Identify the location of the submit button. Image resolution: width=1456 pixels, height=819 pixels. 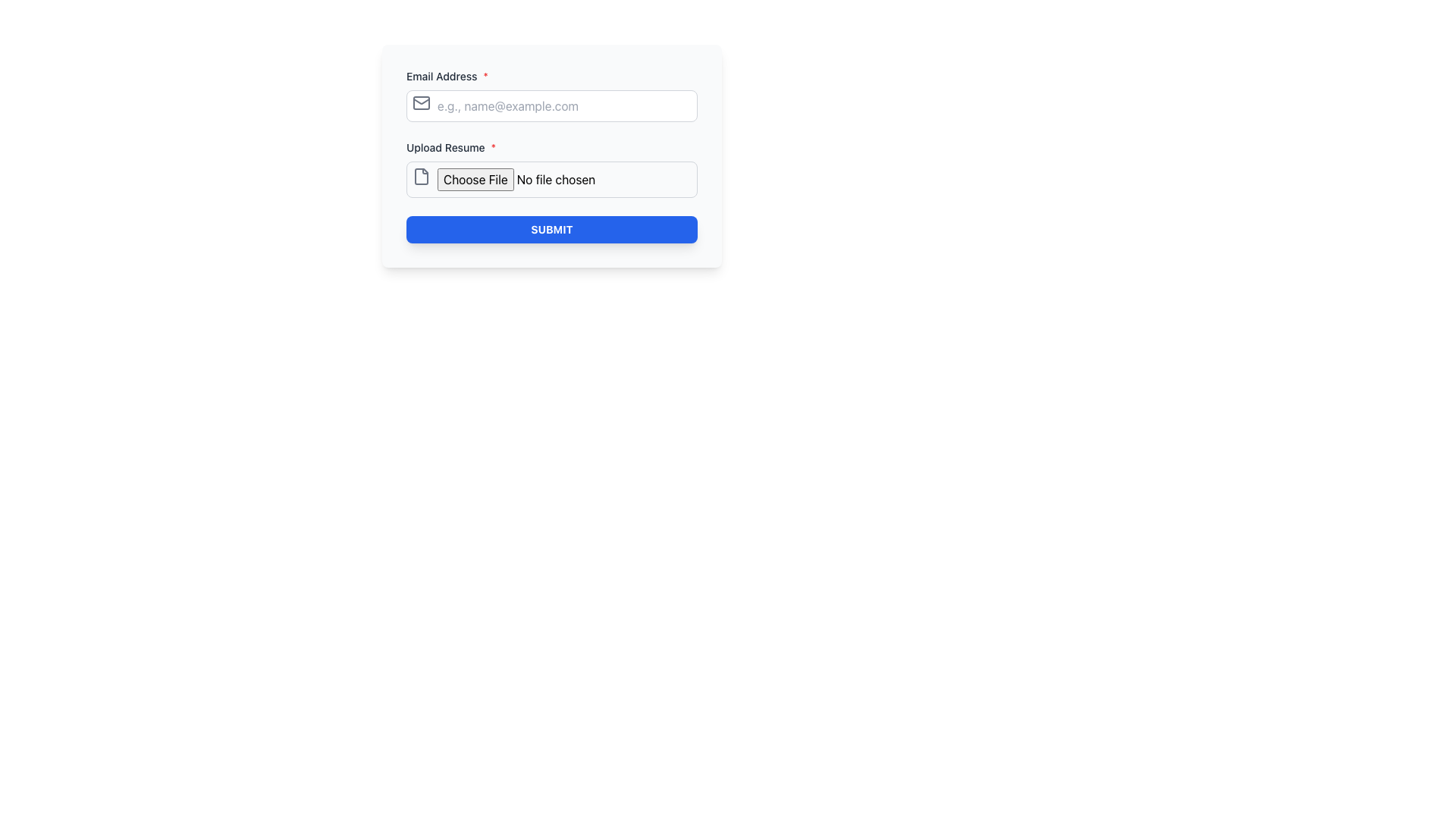
(551, 230).